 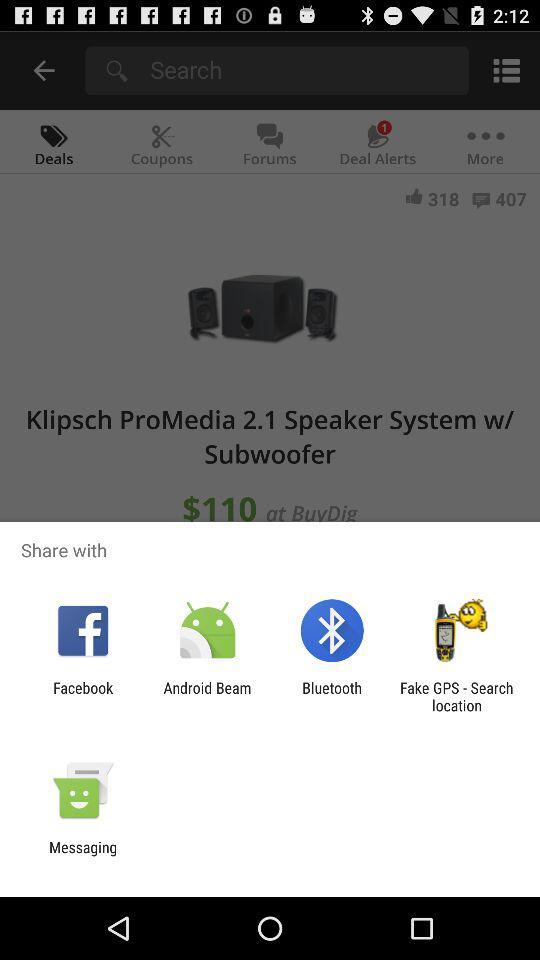 What do you see at coordinates (332, 696) in the screenshot?
I see `the item to the right of android beam app` at bounding box center [332, 696].